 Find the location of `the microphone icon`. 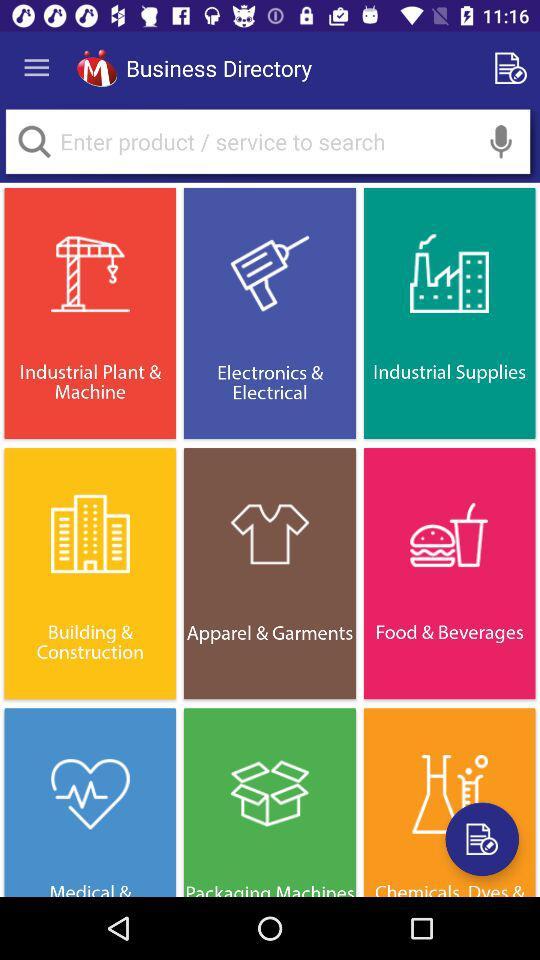

the microphone icon is located at coordinates (500, 140).